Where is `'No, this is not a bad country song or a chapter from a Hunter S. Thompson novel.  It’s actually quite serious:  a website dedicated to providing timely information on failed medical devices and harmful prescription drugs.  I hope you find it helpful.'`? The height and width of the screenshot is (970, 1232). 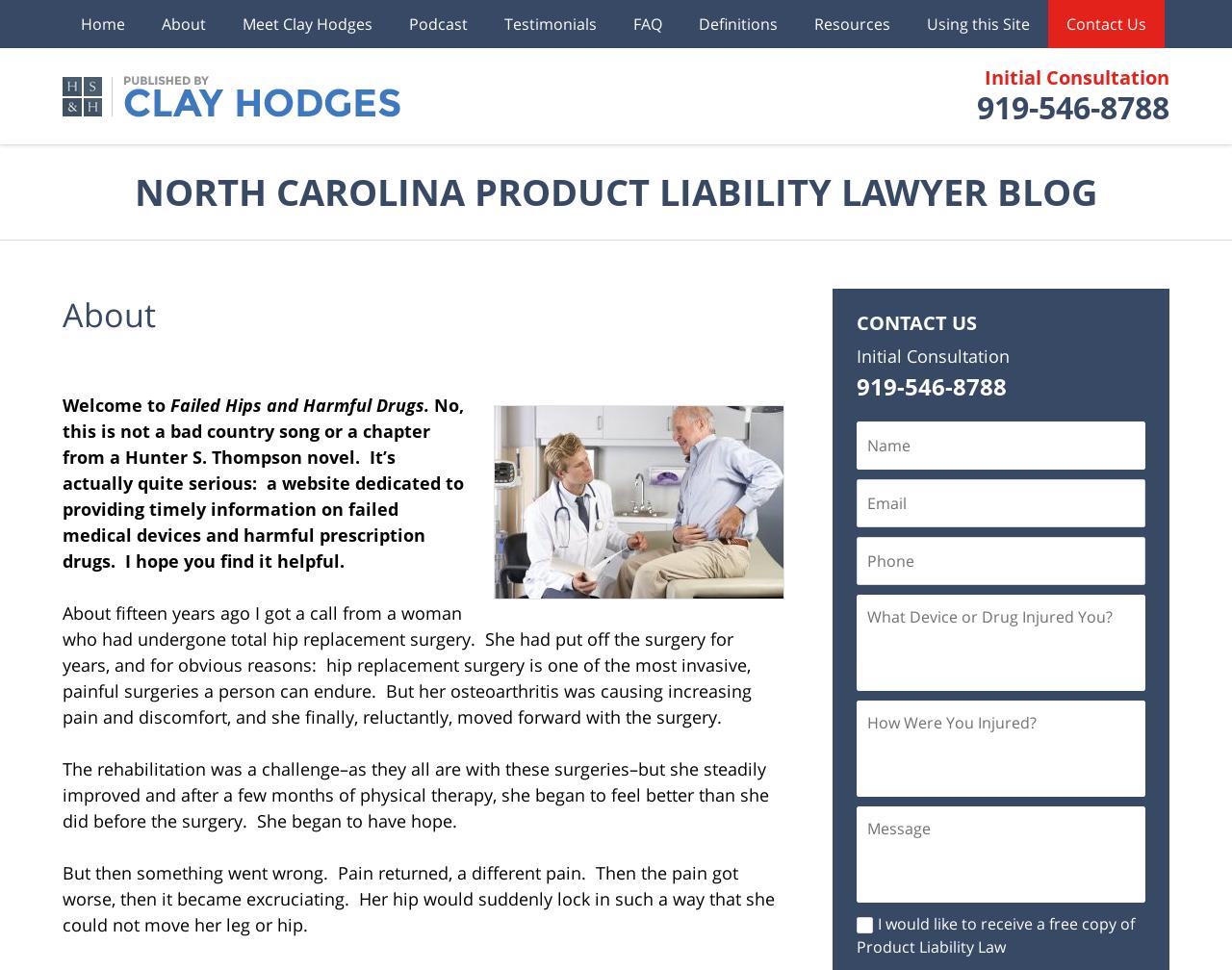
'No, this is not a bad country song or a chapter from a Hunter S. Thompson novel.  It’s actually quite serious:  a website dedicated to providing timely information on failed medical devices and harmful prescription drugs.  I hope you find it helpful.' is located at coordinates (262, 482).